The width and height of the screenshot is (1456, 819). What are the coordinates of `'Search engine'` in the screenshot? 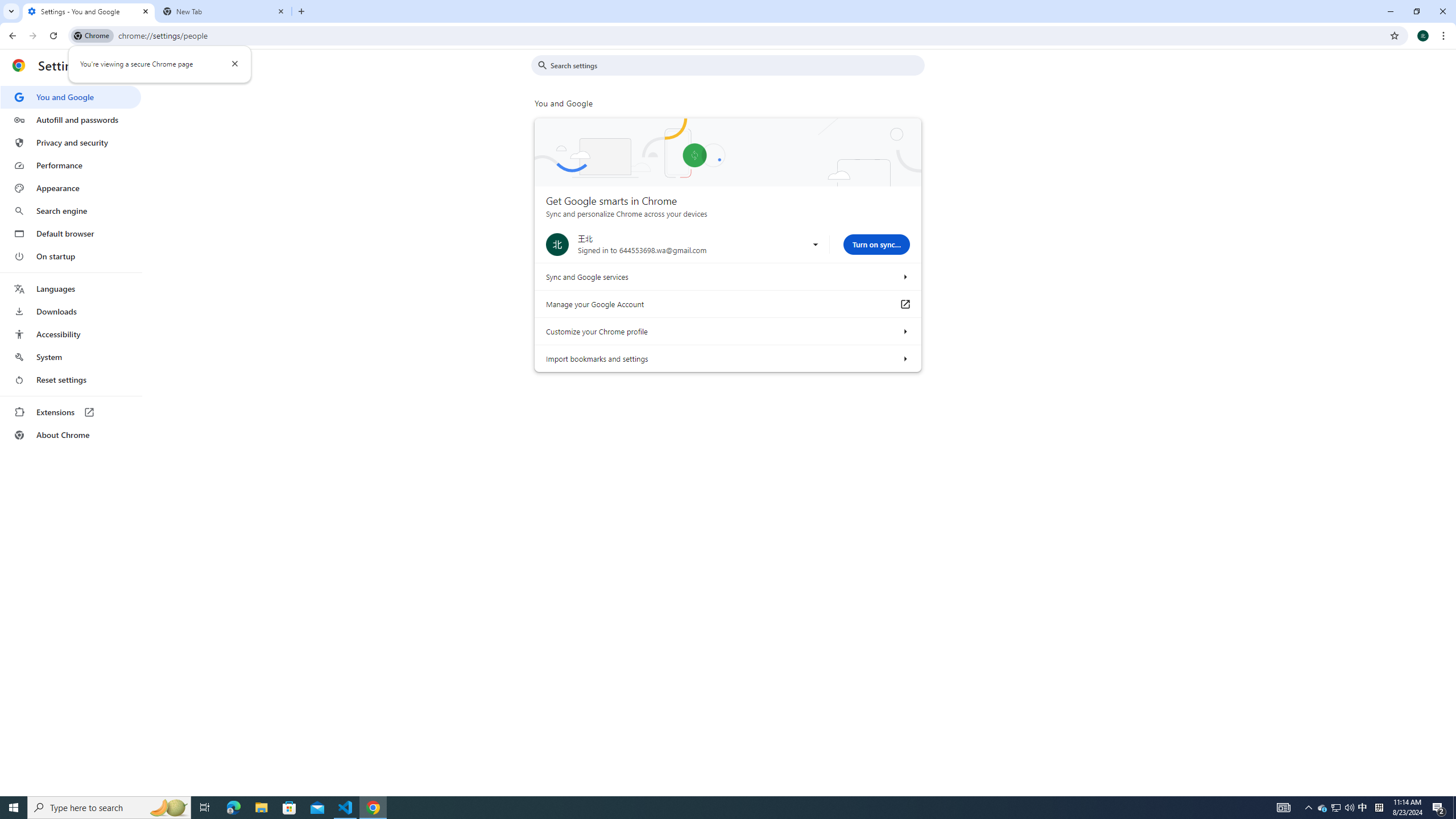 It's located at (70, 211).